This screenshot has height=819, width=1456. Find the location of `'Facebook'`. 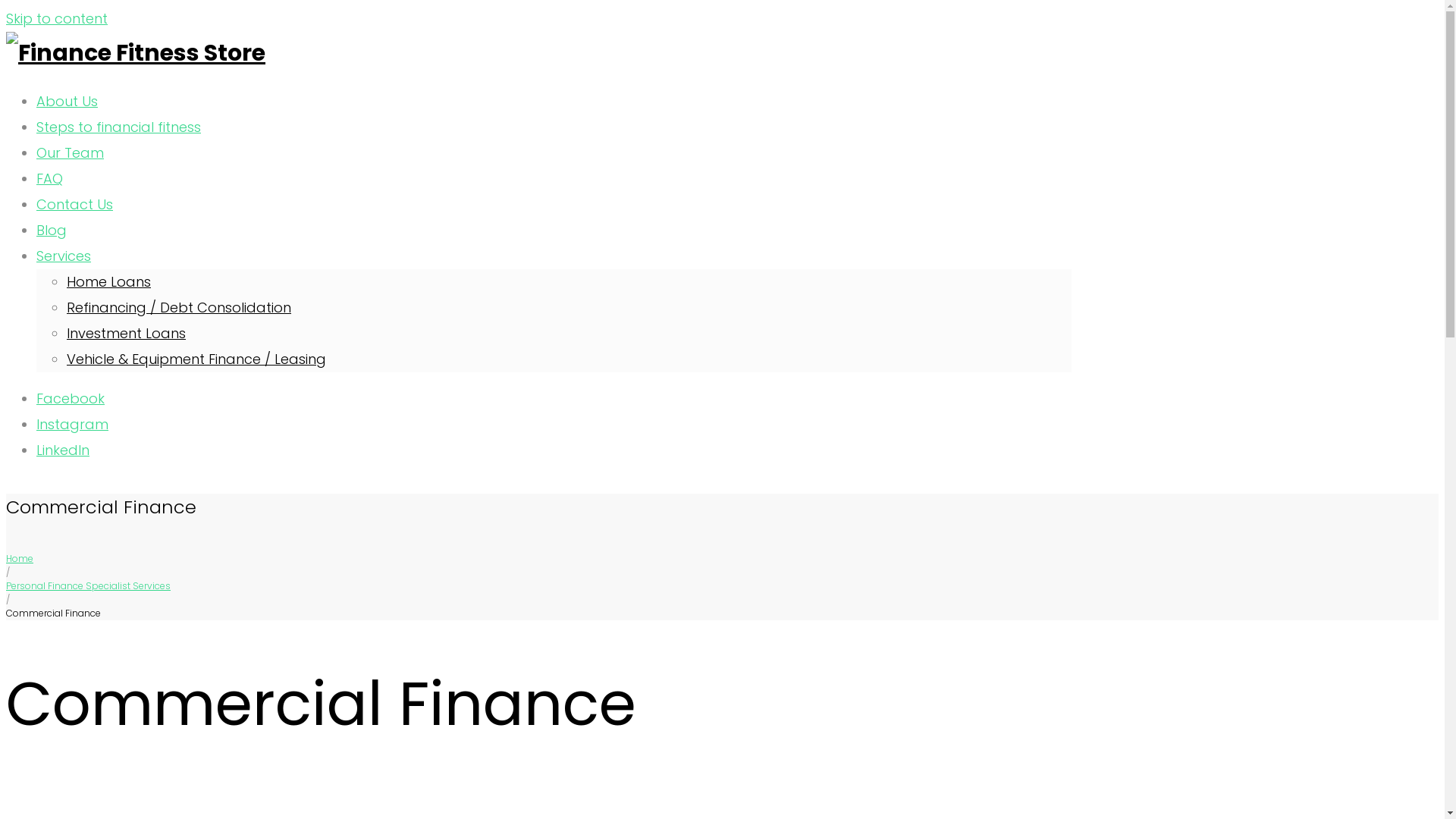

'Facebook' is located at coordinates (36, 397).